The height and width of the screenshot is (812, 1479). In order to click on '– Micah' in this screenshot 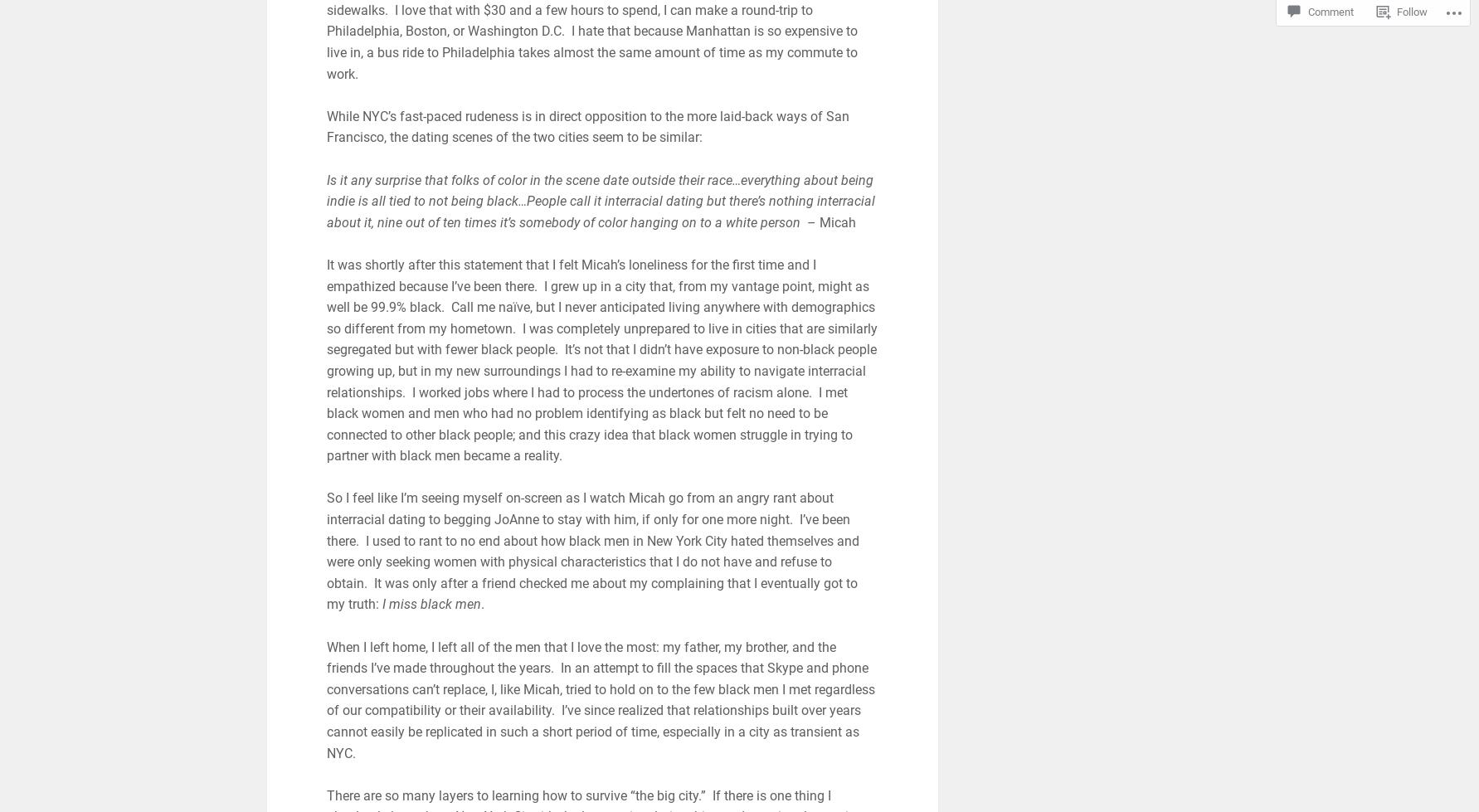, I will do `click(829, 221)`.